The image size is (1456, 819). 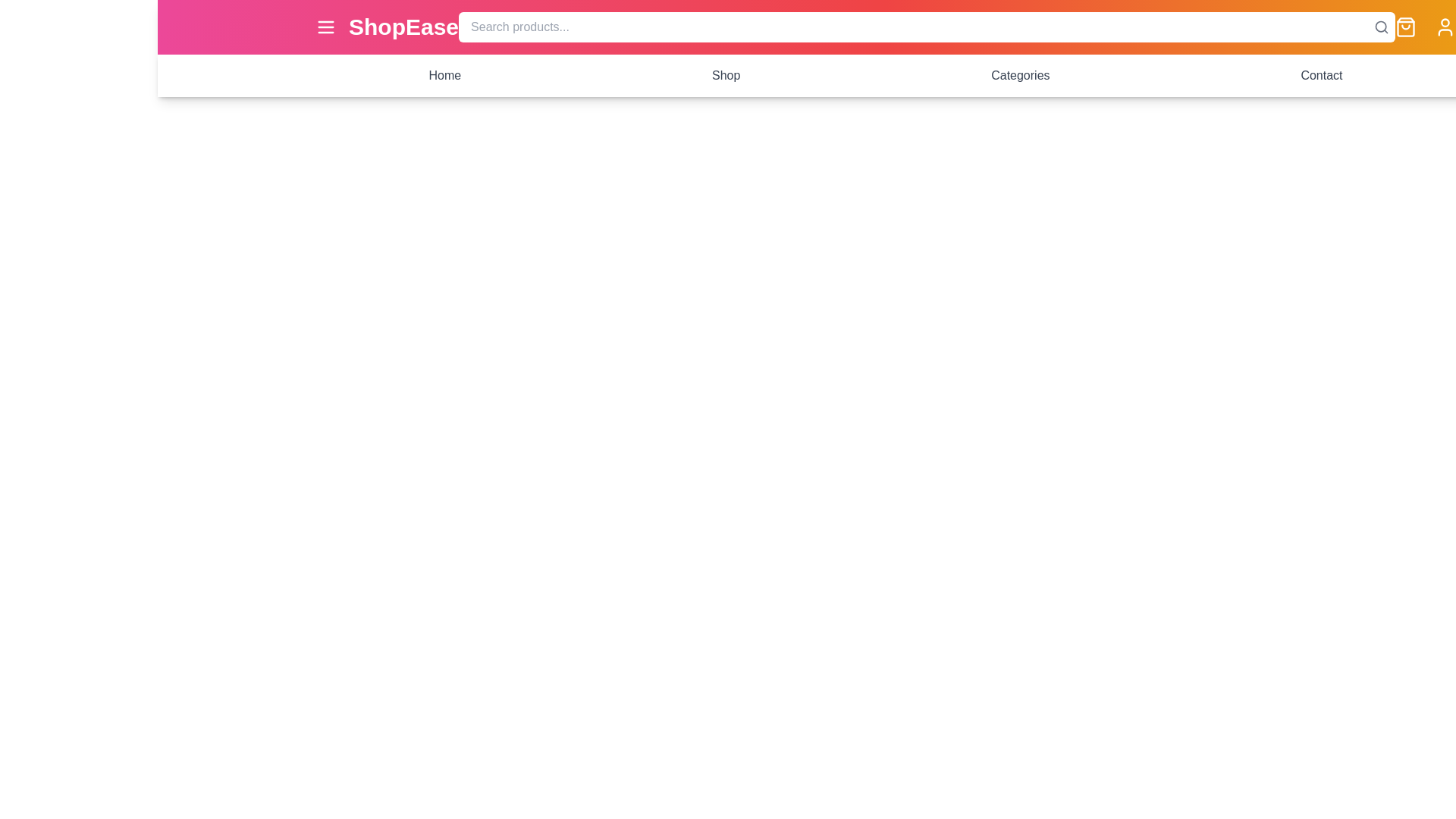 What do you see at coordinates (1320, 76) in the screenshot?
I see `the navigation link labeled Contact to navigate to the corresponding section` at bounding box center [1320, 76].